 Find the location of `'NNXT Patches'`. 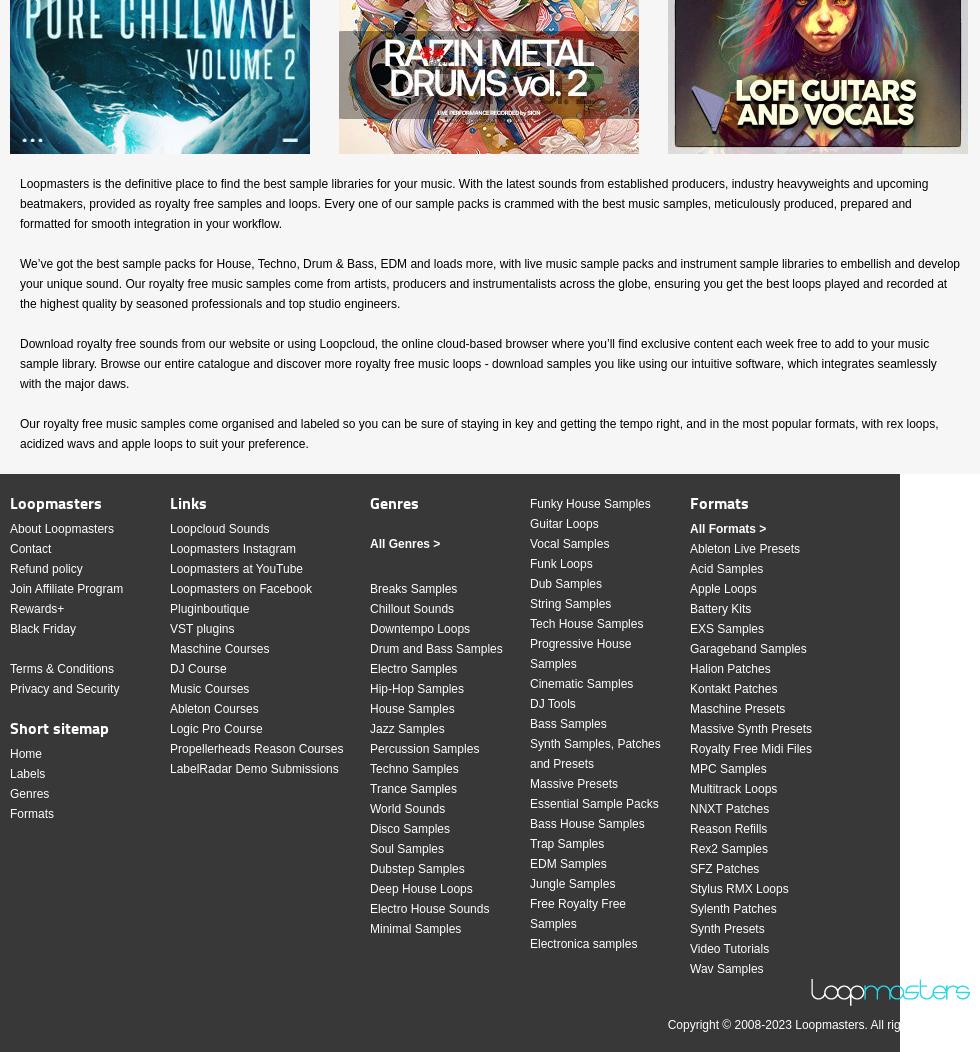

'NNXT Patches' is located at coordinates (729, 808).